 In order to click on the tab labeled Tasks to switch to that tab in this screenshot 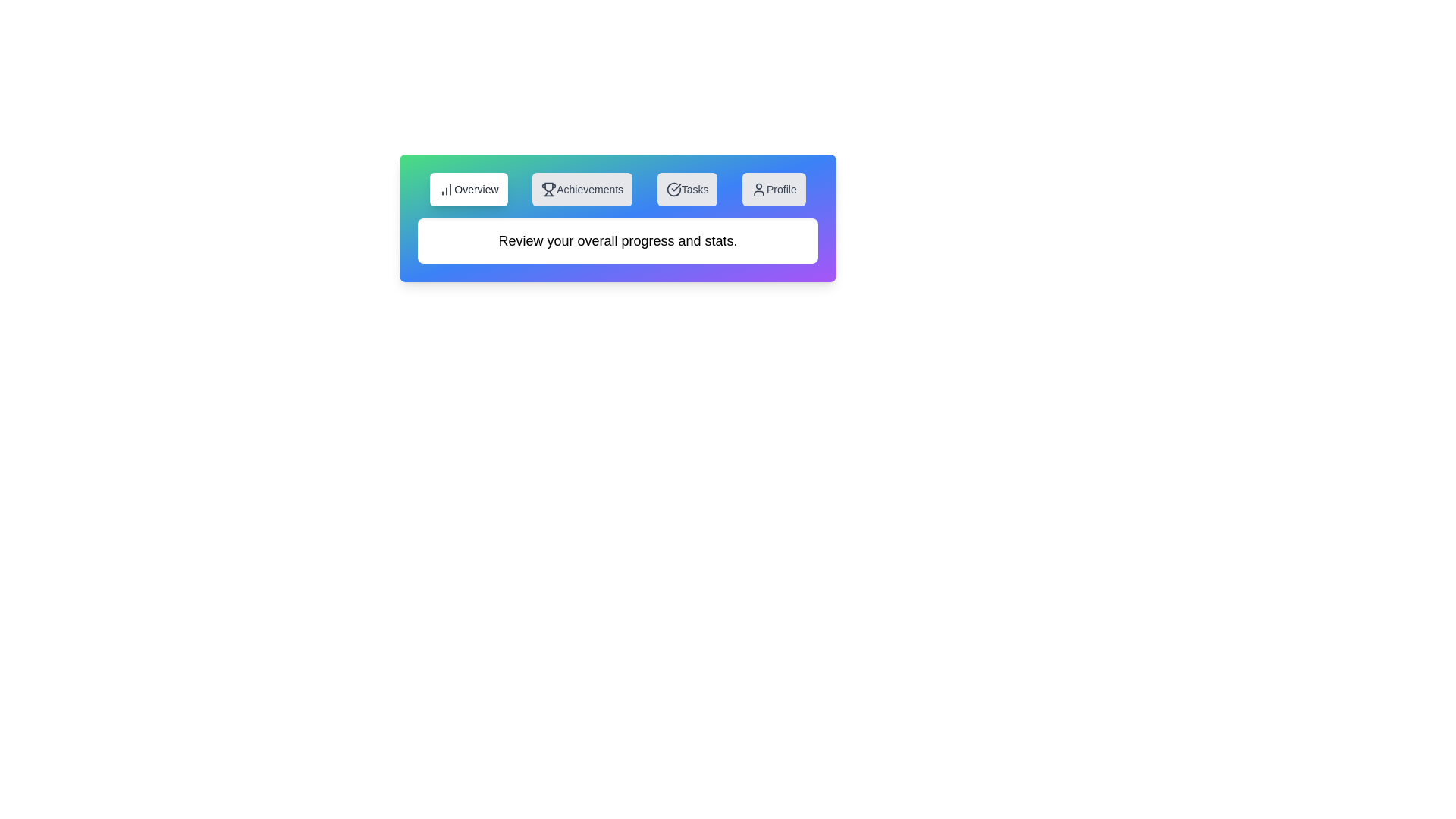, I will do `click(686, 189)`.